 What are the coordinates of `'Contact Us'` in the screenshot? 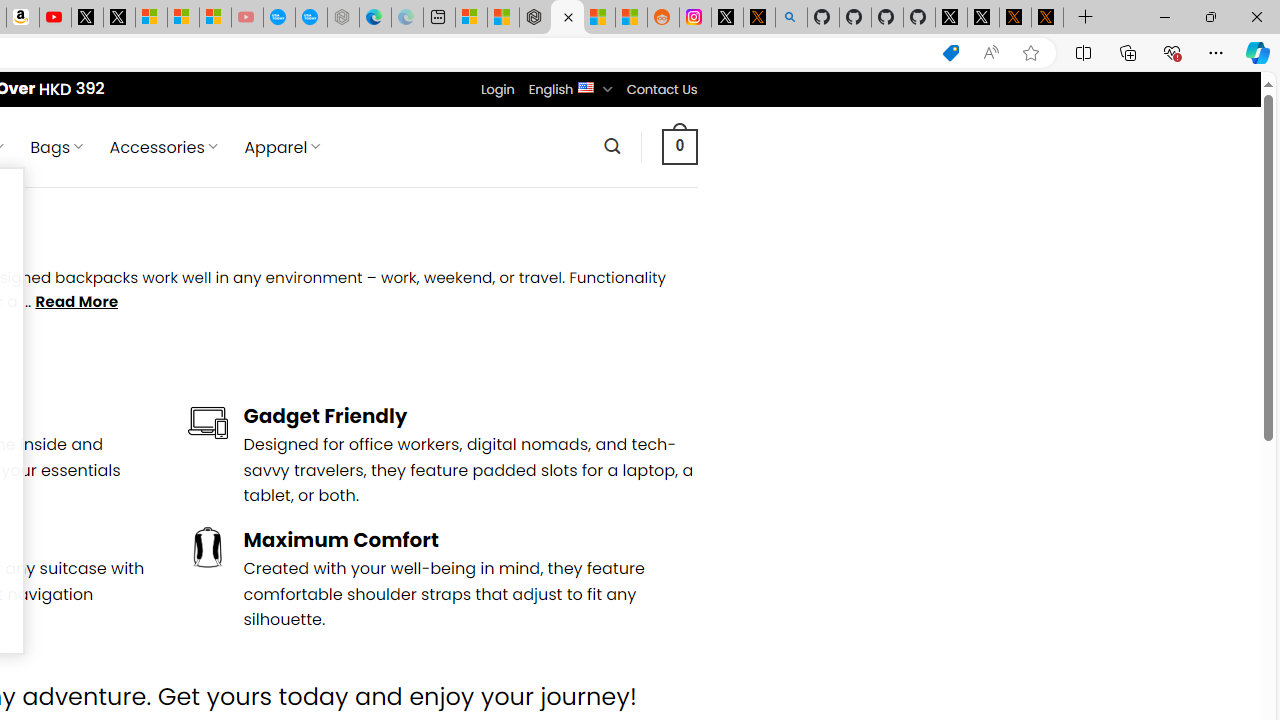 It's located at (661, 88).